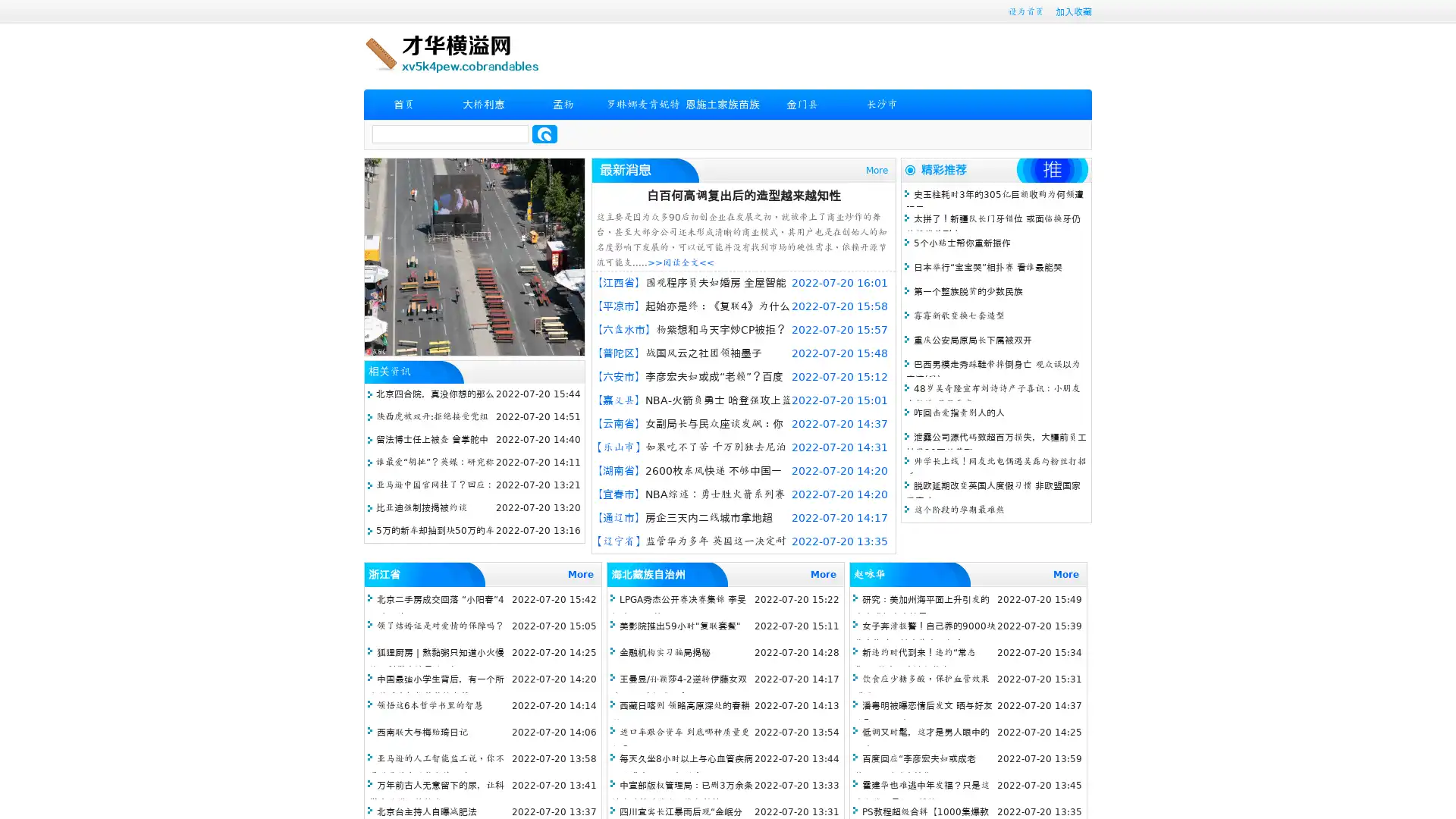 This screenshot has width=1456, height=819. What do you see at coordinates (544, 133) in the screenshot?
I see `Search` at bounding box center [544, 133].